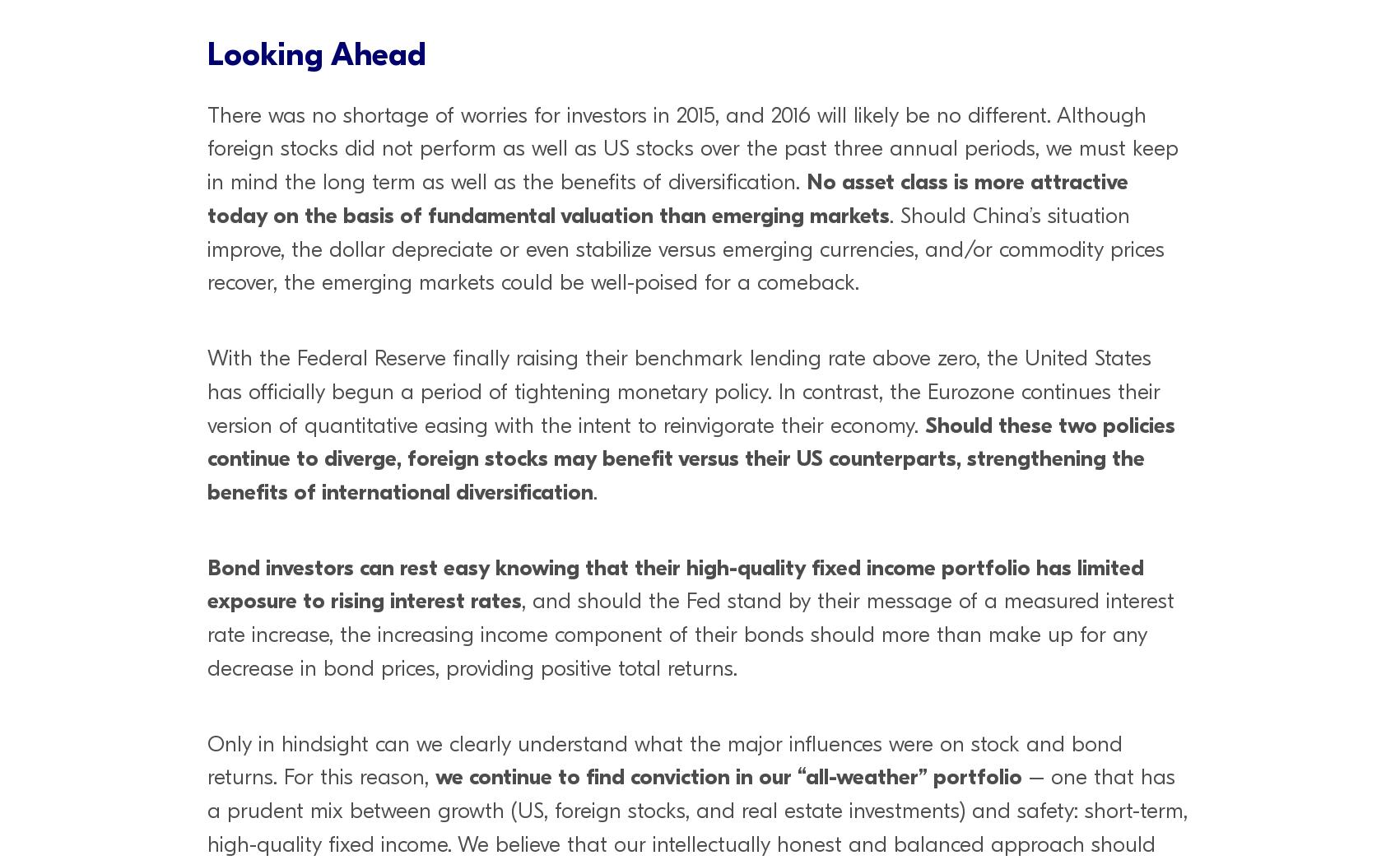 This screenshot has width=1400, height=860. I want to click on 'There was no shortage of worries for investors in 2015, and 2016 will likely be no different. Although foreign stocks did not perform as well as US stocks over the past three annual periods, we must keep in mind the long term as well as the benefits of diversification.', so click(692, 148).